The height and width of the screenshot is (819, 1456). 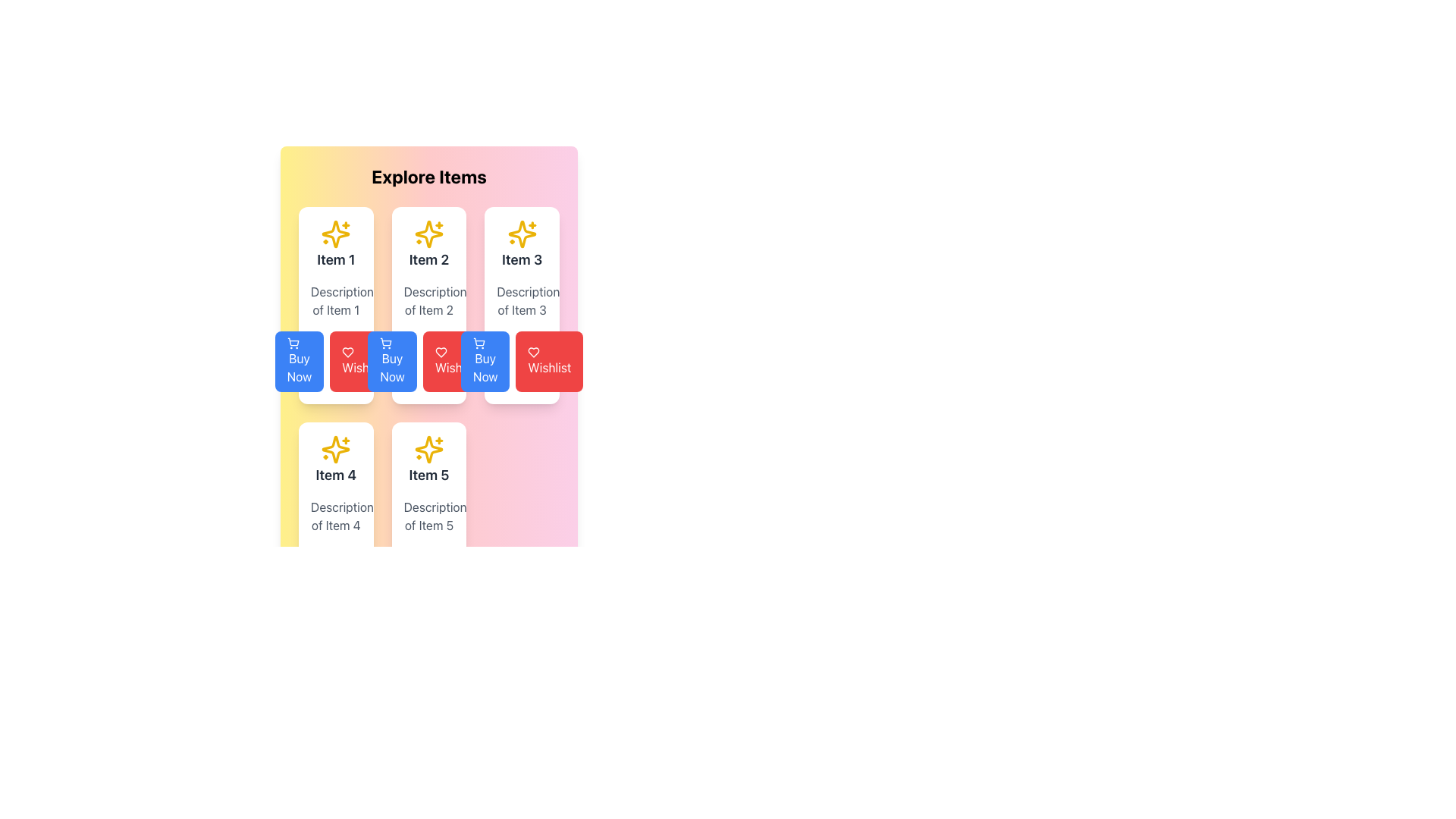 What do you see at coordinates (335, 516) in the screenshot?
I see `the static text element providing details about 'Item 4', which is located in the second row and first column of the grid layout, positioned directly below the 'Item 4' title text` at bounding box center [335, 516].